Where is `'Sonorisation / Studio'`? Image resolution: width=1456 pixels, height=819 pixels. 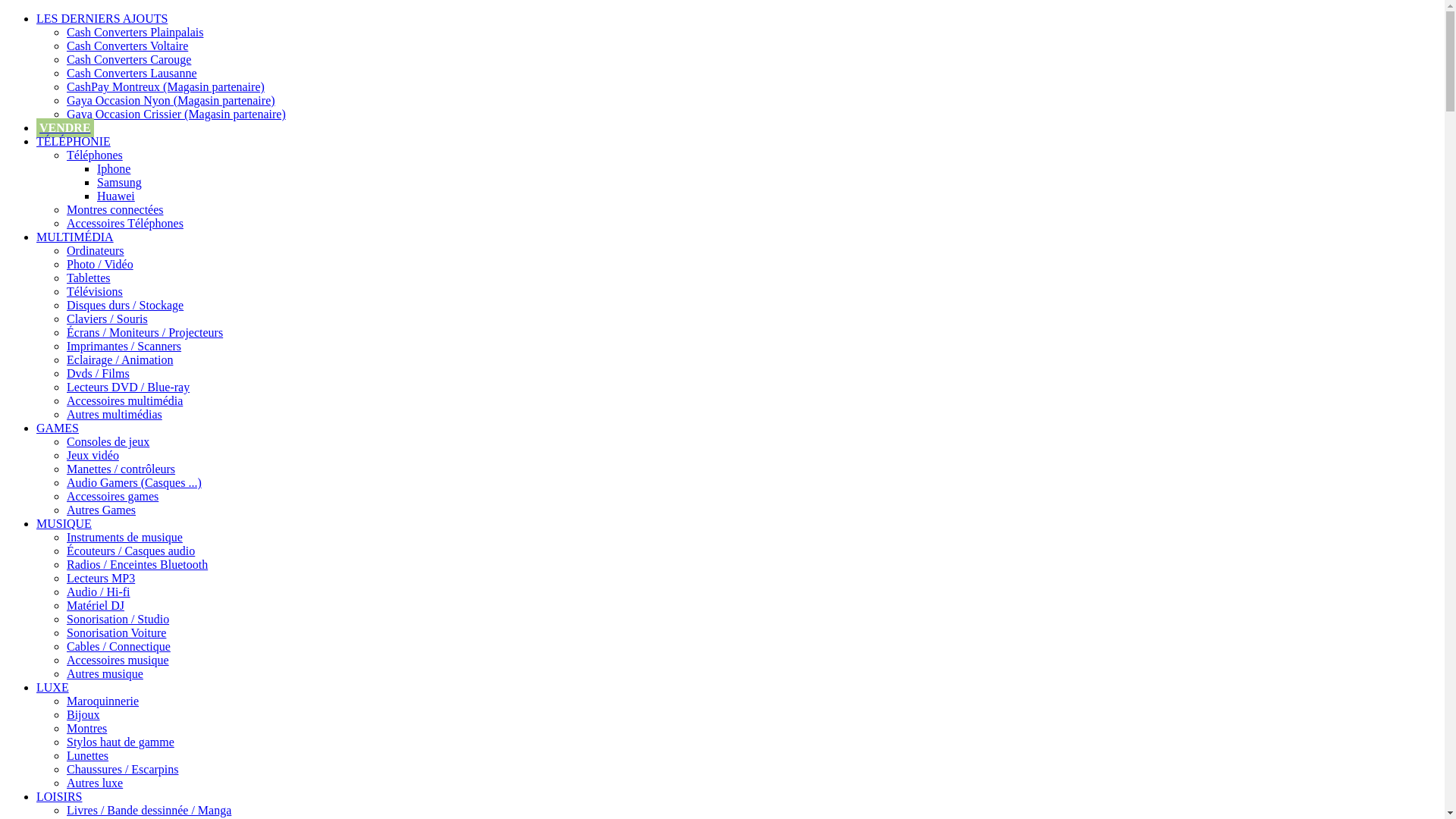
'Sonorisation / Studio' is located at coordinates (65, 619).